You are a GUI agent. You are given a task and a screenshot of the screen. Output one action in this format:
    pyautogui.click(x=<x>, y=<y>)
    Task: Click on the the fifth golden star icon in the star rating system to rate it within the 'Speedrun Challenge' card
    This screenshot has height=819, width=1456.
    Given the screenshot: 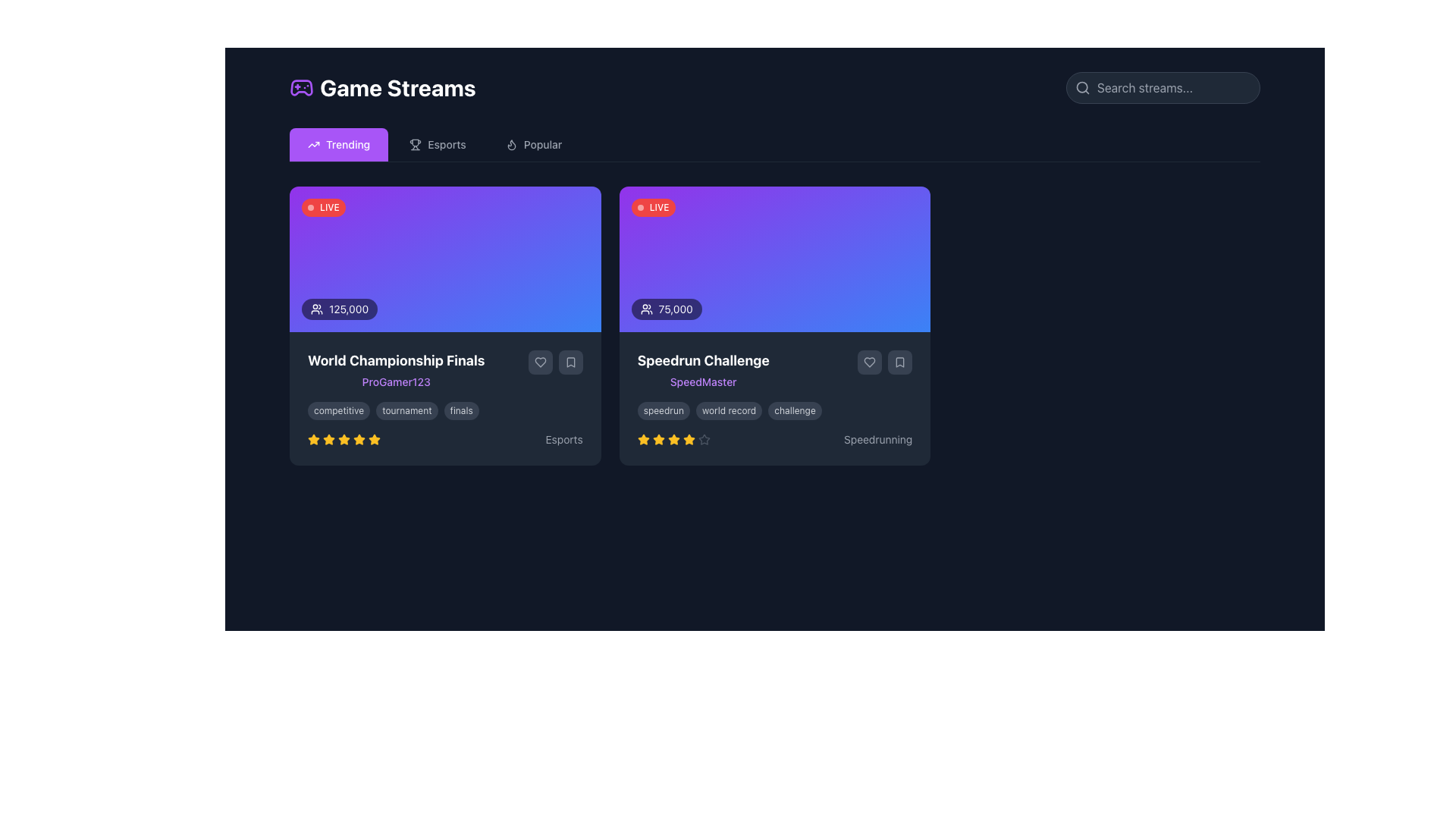 What is the action you would take?
    pyautogui.click(x=673, y=439)
    